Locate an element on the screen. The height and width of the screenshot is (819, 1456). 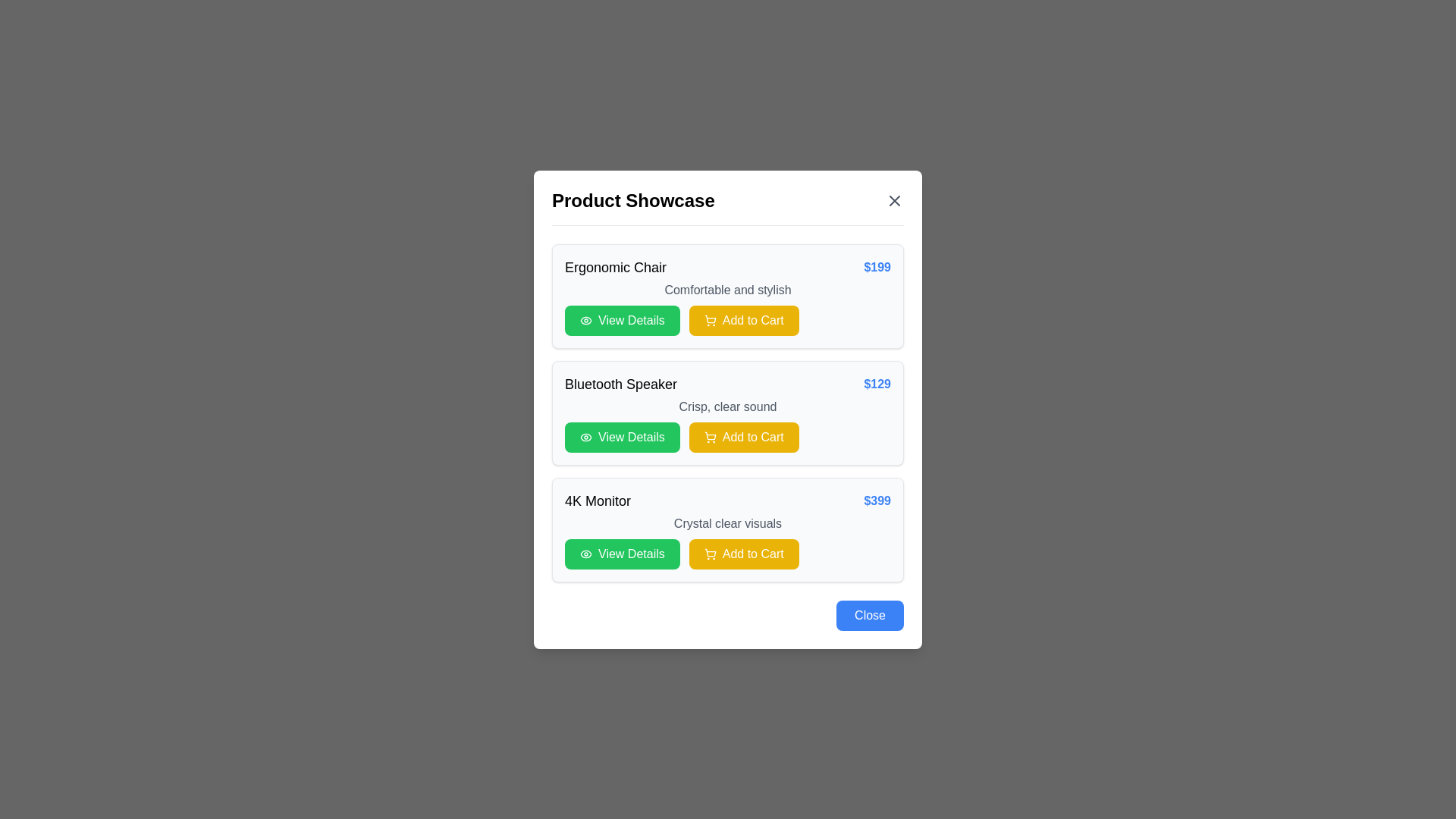
the outer oval boundary of the eye icon in the 'View Details' button for the 'Bluetooth Speaker' item in the 'Product Showcase' modal is located at coordinates (585, 437).